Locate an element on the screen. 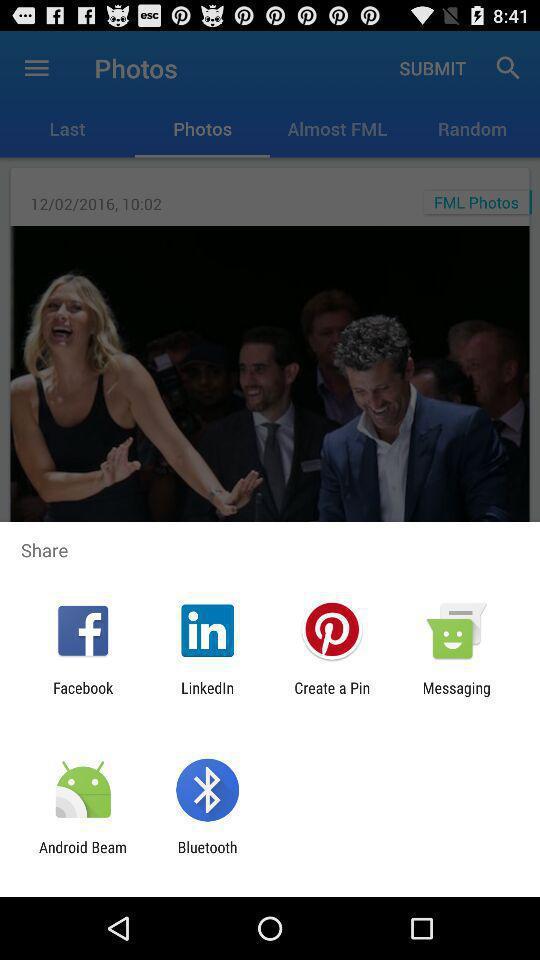 This screenshot has height=960, width=540. item to the right of the android beam item is located at coordinates (206, 855).